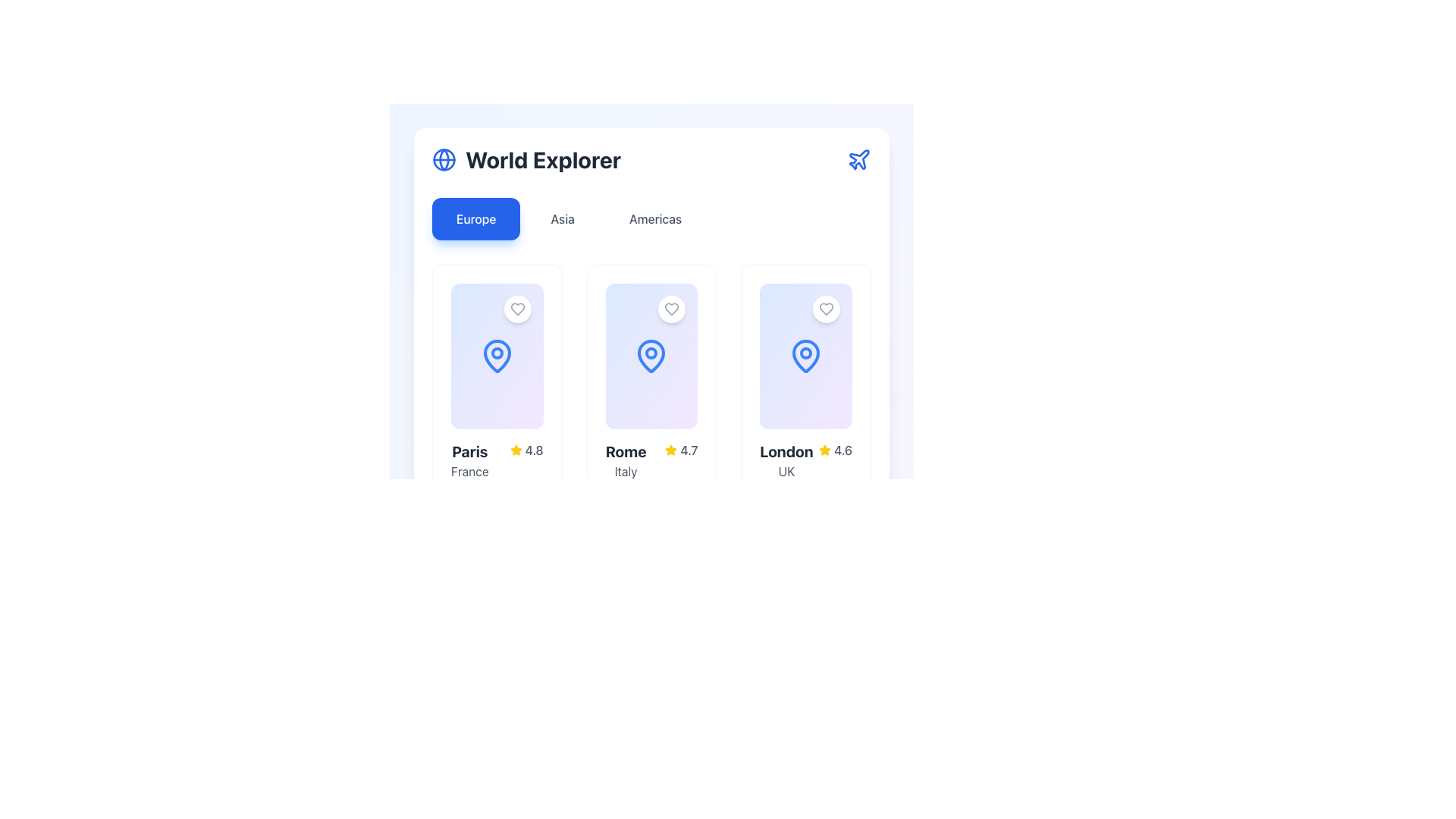  Describe the element at coordinates (534, 450) in the screenshot. I see `the Text Display element showing the numerical text '4.8' in gray, located to the right of the yellow star icon in the 'Paris' location card under the 'Europe' tab` at that location.